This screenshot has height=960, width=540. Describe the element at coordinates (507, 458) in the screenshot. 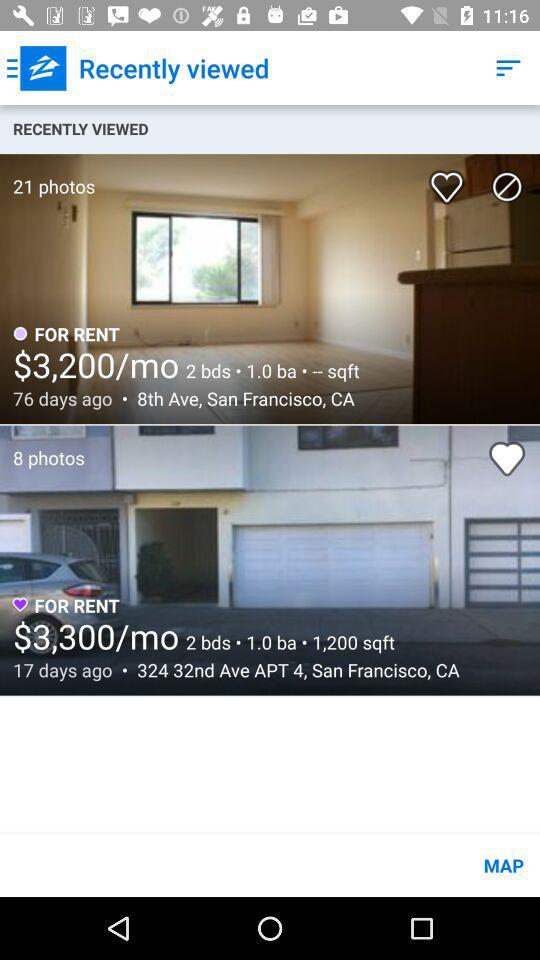

I see `icon to the right of 8 photos item` at that location.